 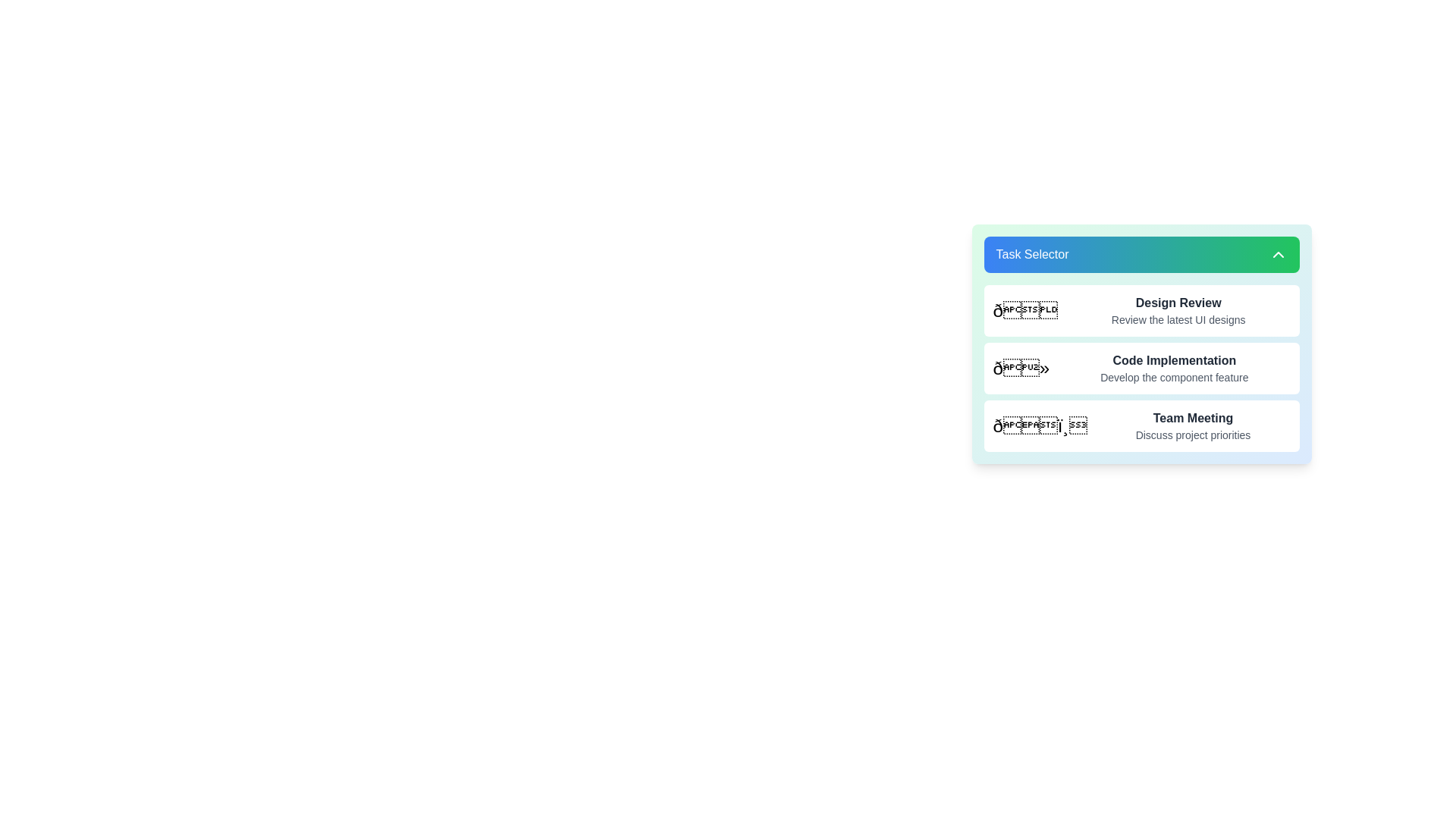 I want to click on the third task card titled 'Meeting Item' in the 'Task Selector', so click(x=1192, y=426).